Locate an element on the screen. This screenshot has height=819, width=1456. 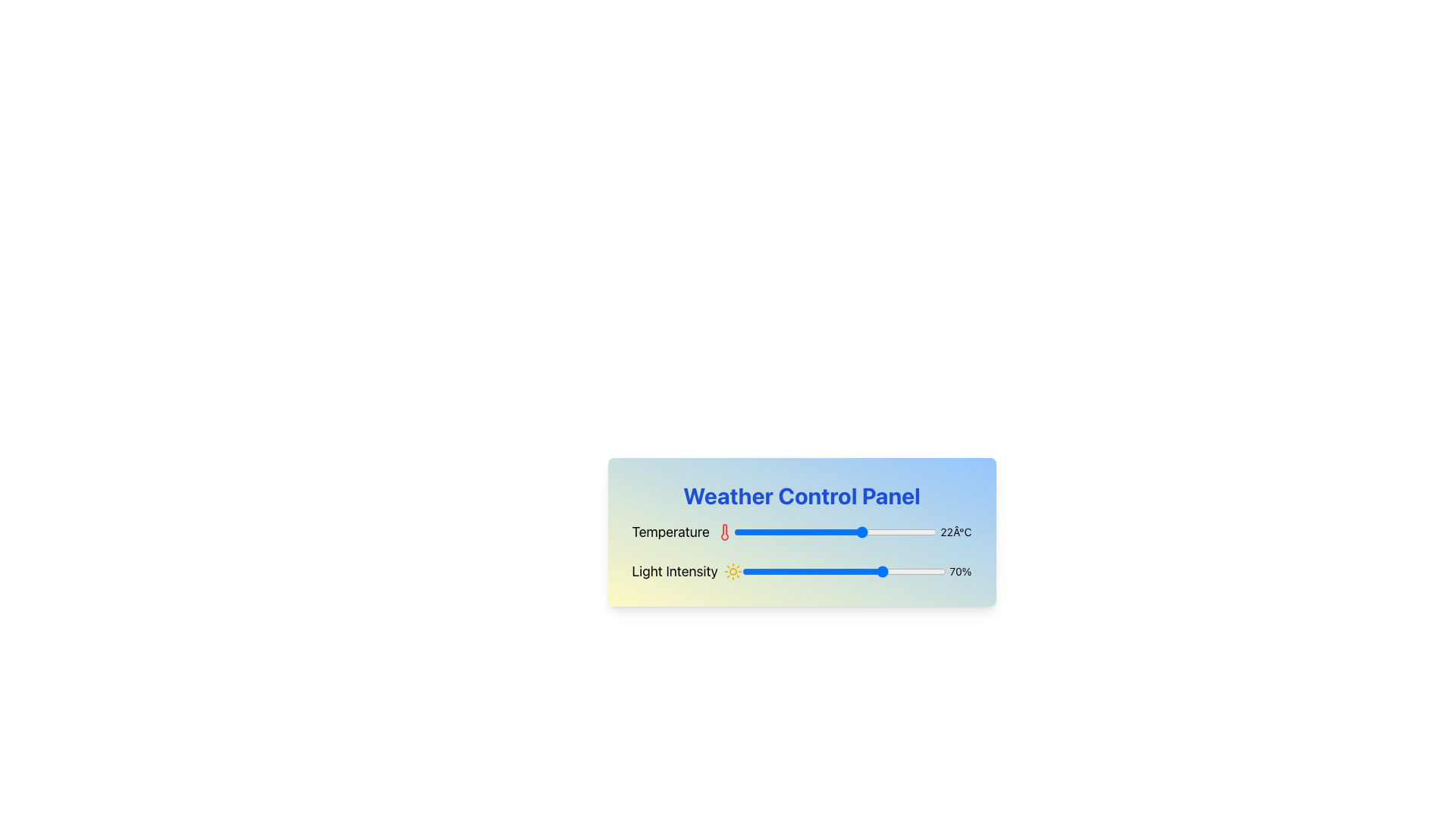
light intensity is located at coordinates (864, 571).